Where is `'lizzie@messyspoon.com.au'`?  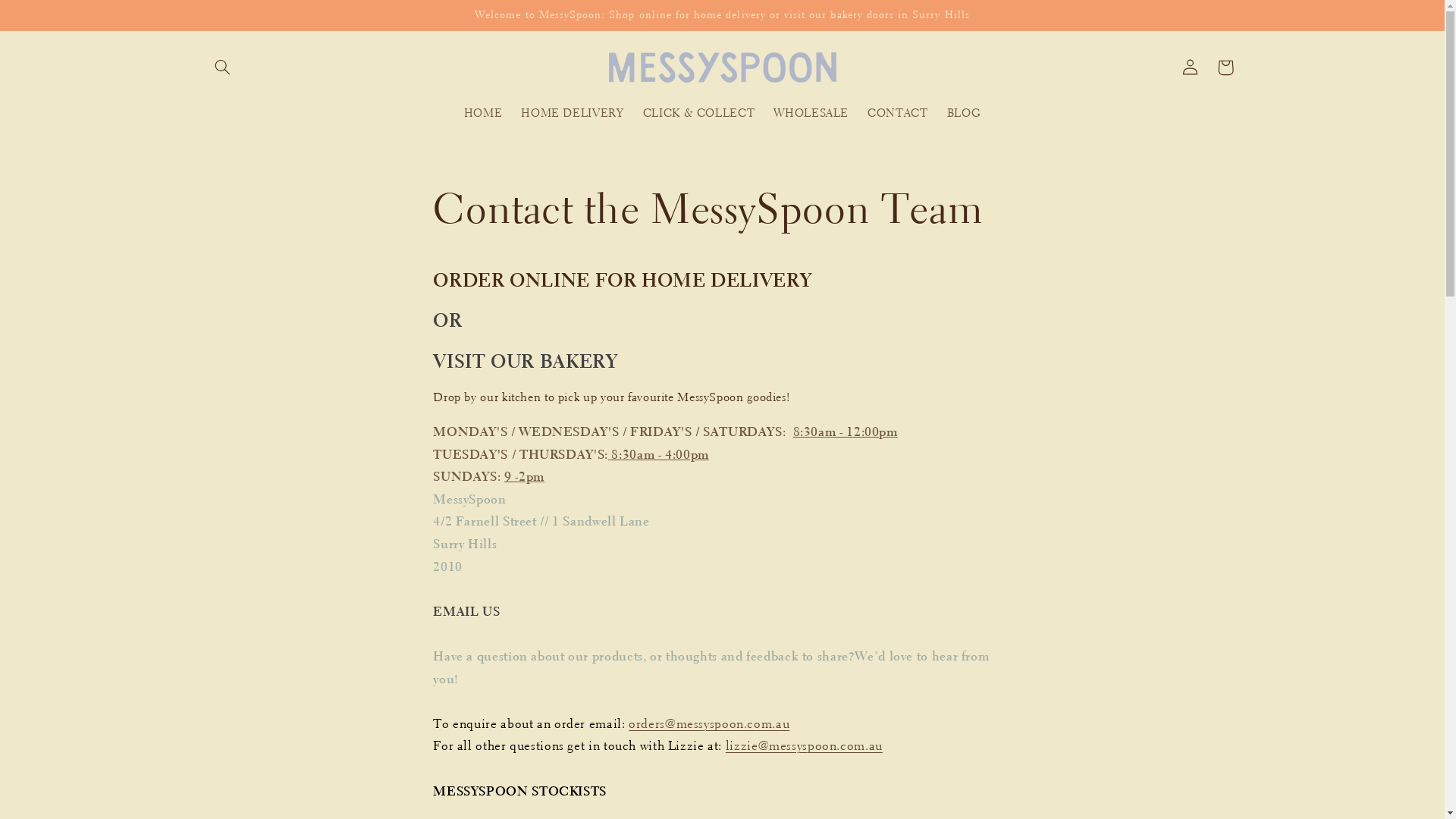 'lizzie@messyspoon.com.au' is located at coordinates (803, 745).